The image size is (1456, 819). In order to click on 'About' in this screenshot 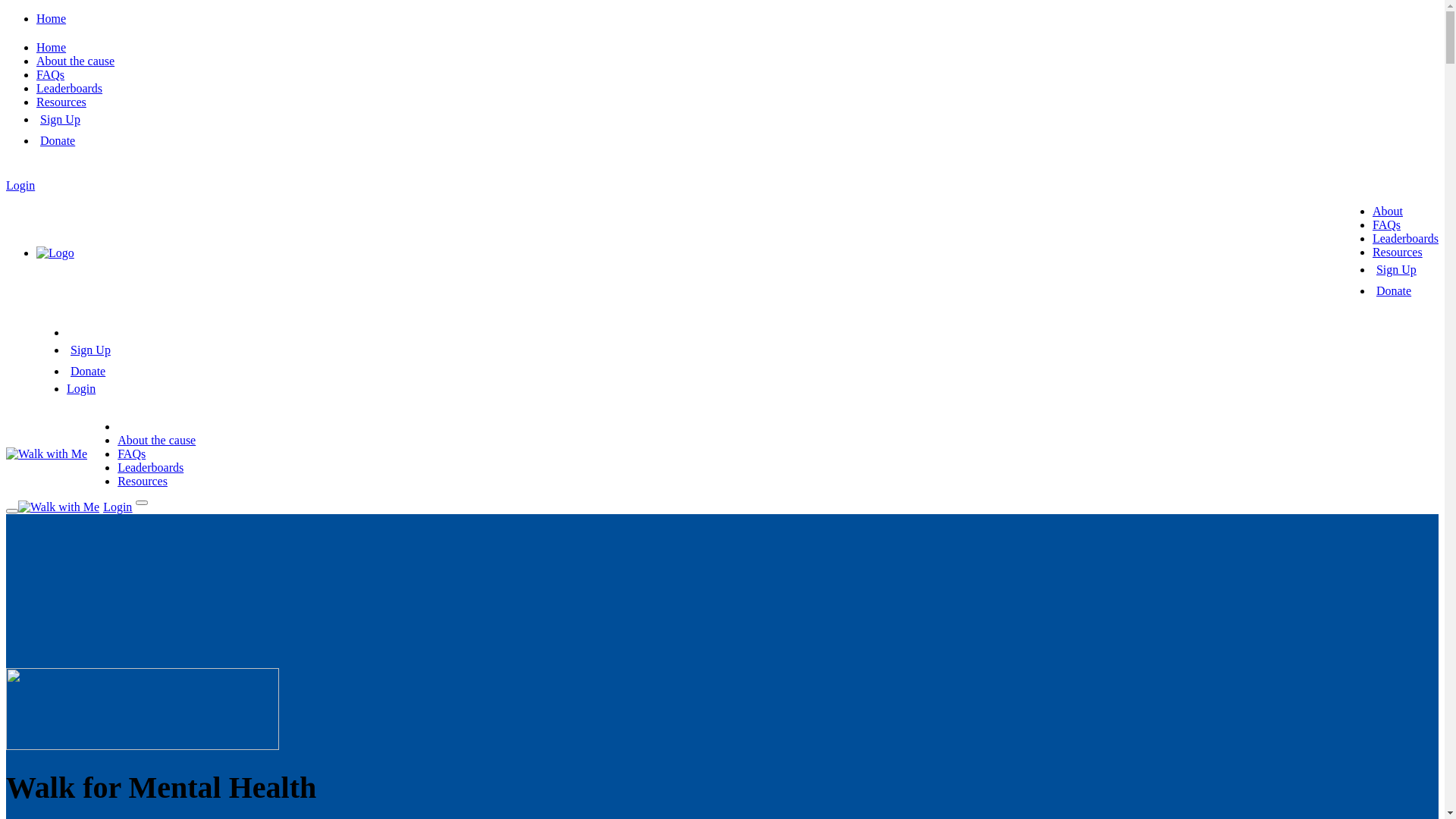, I will do `click(1387, 211)`.